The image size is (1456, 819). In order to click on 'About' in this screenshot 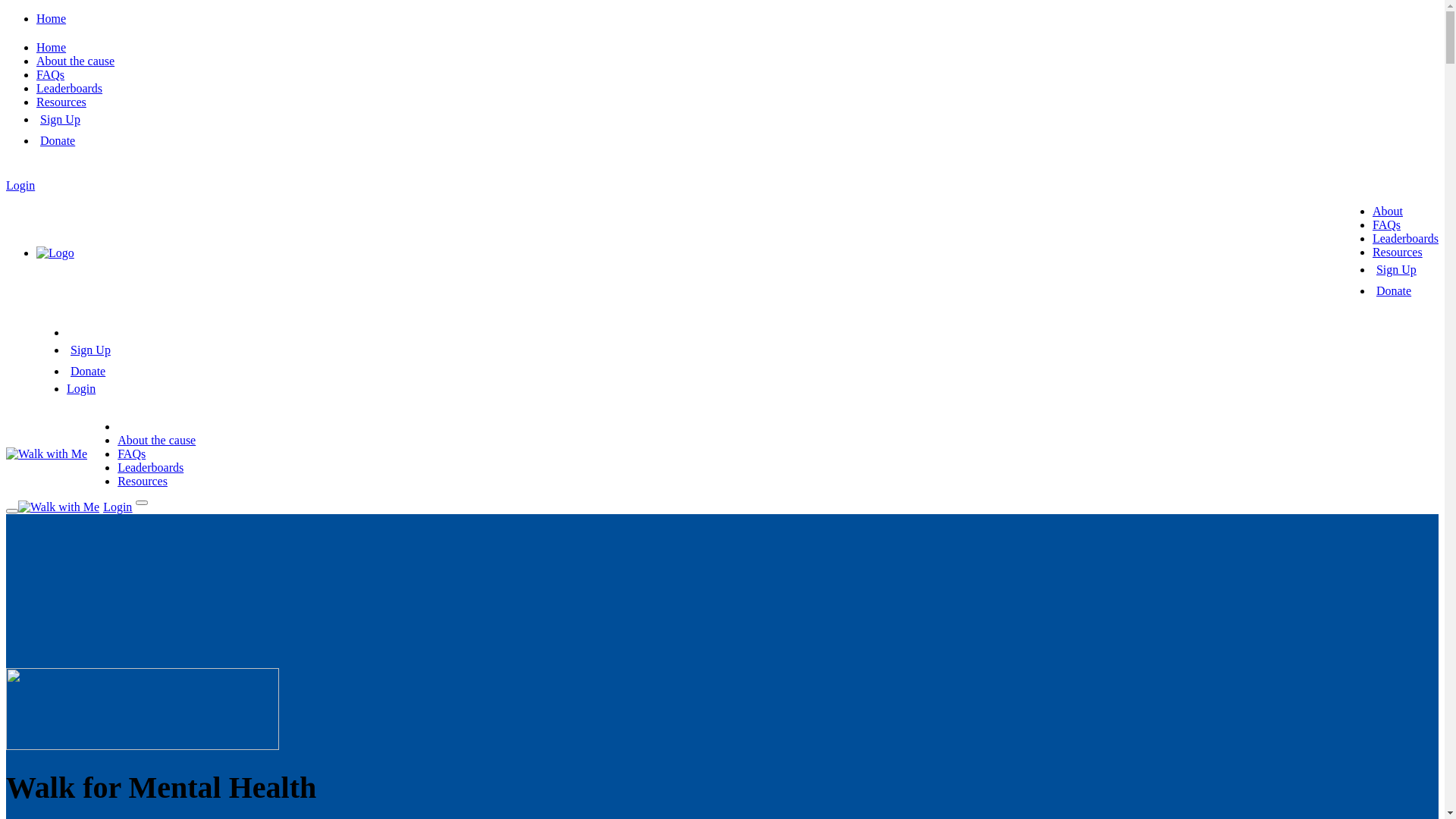, I will do `click(1387, 211)`.